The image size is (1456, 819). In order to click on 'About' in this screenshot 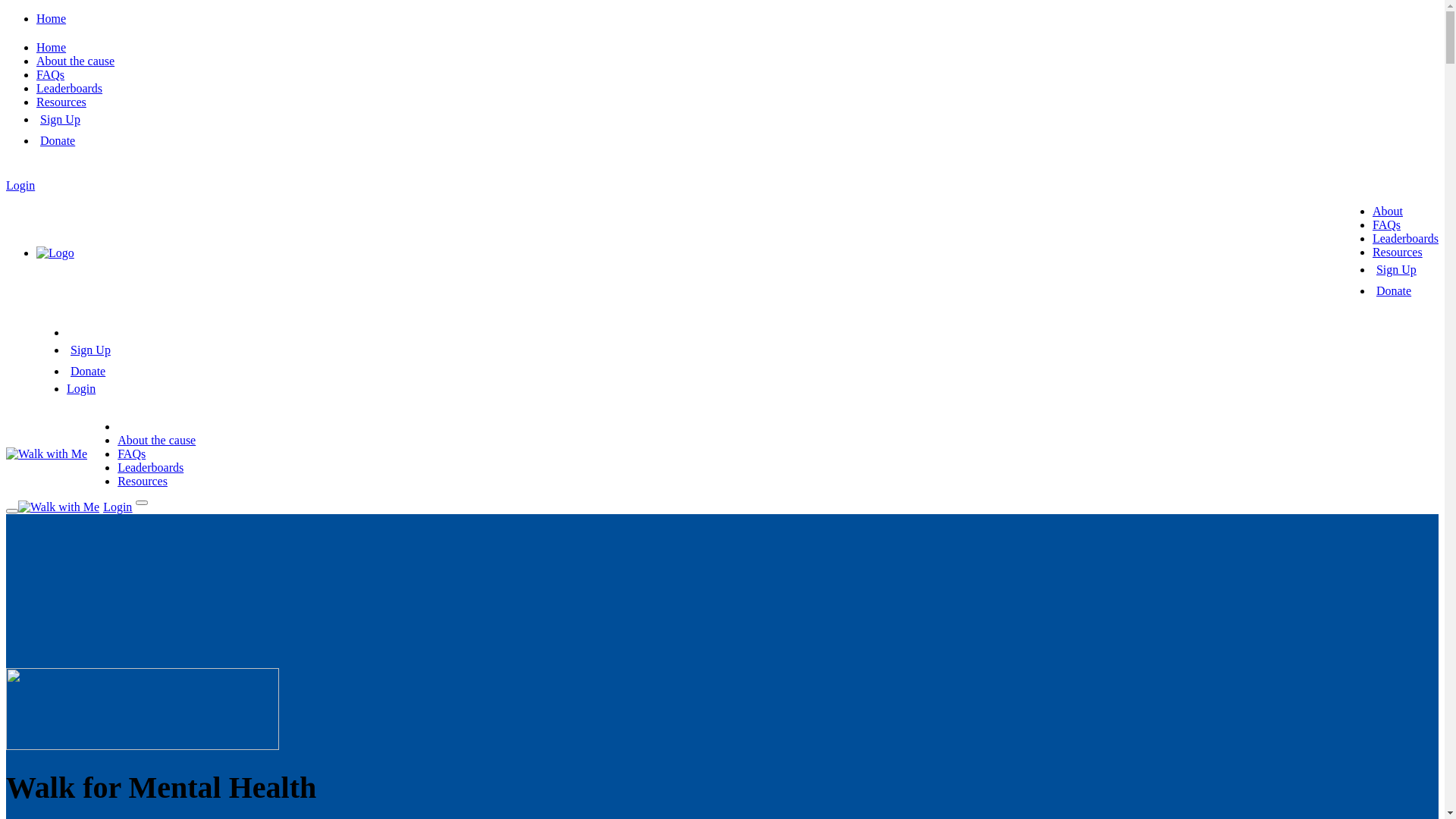, I will do `click(1387, 211)`.